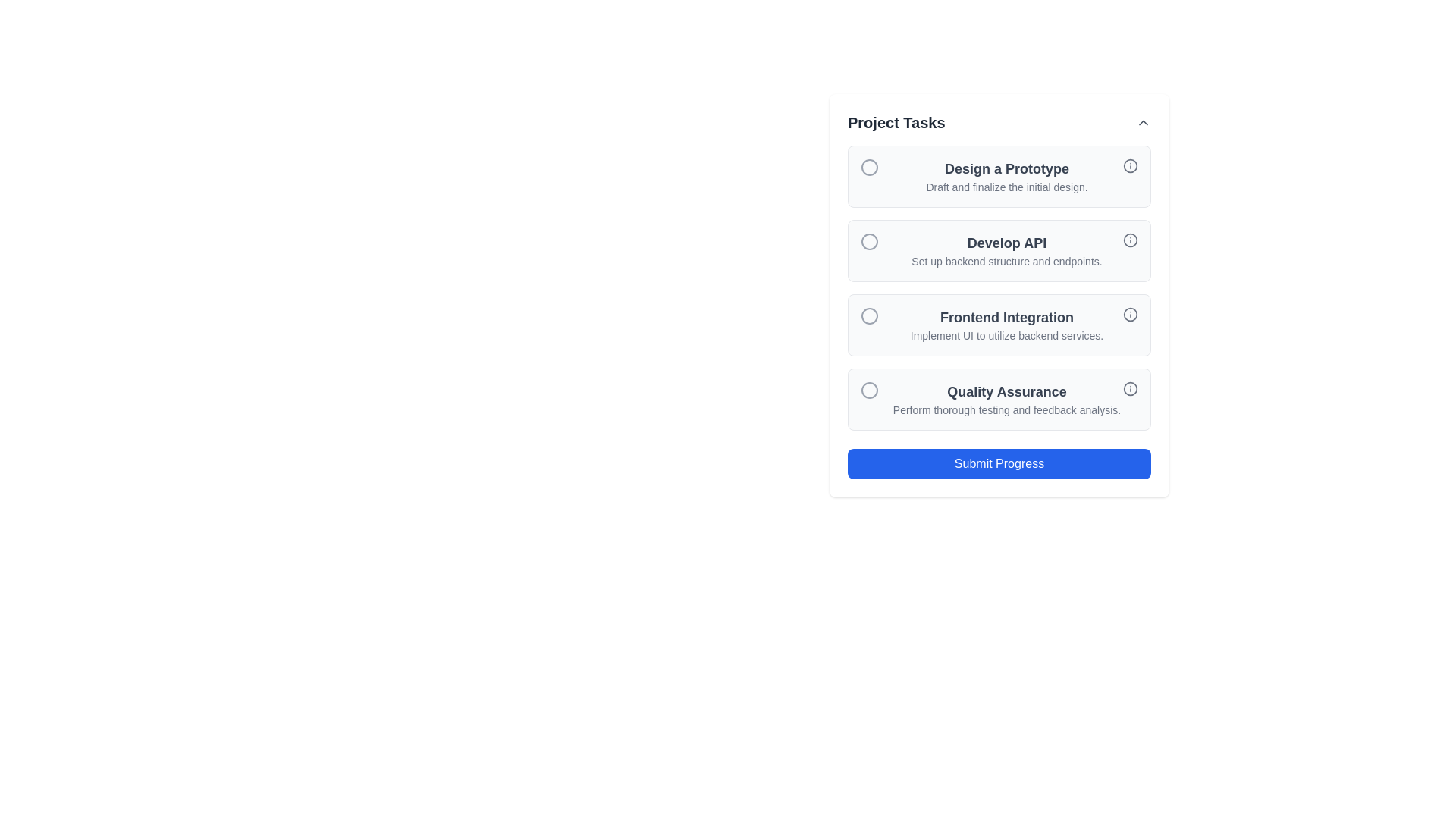 Image resolution: width=1456 pixels, height=819 pixels. Describe the element at coordinates (1007, 260) in the screenshot. I see `the text element providing a brief description for the 'Develop API' task, located below the 'Develop API' header in the project task list` at that location.